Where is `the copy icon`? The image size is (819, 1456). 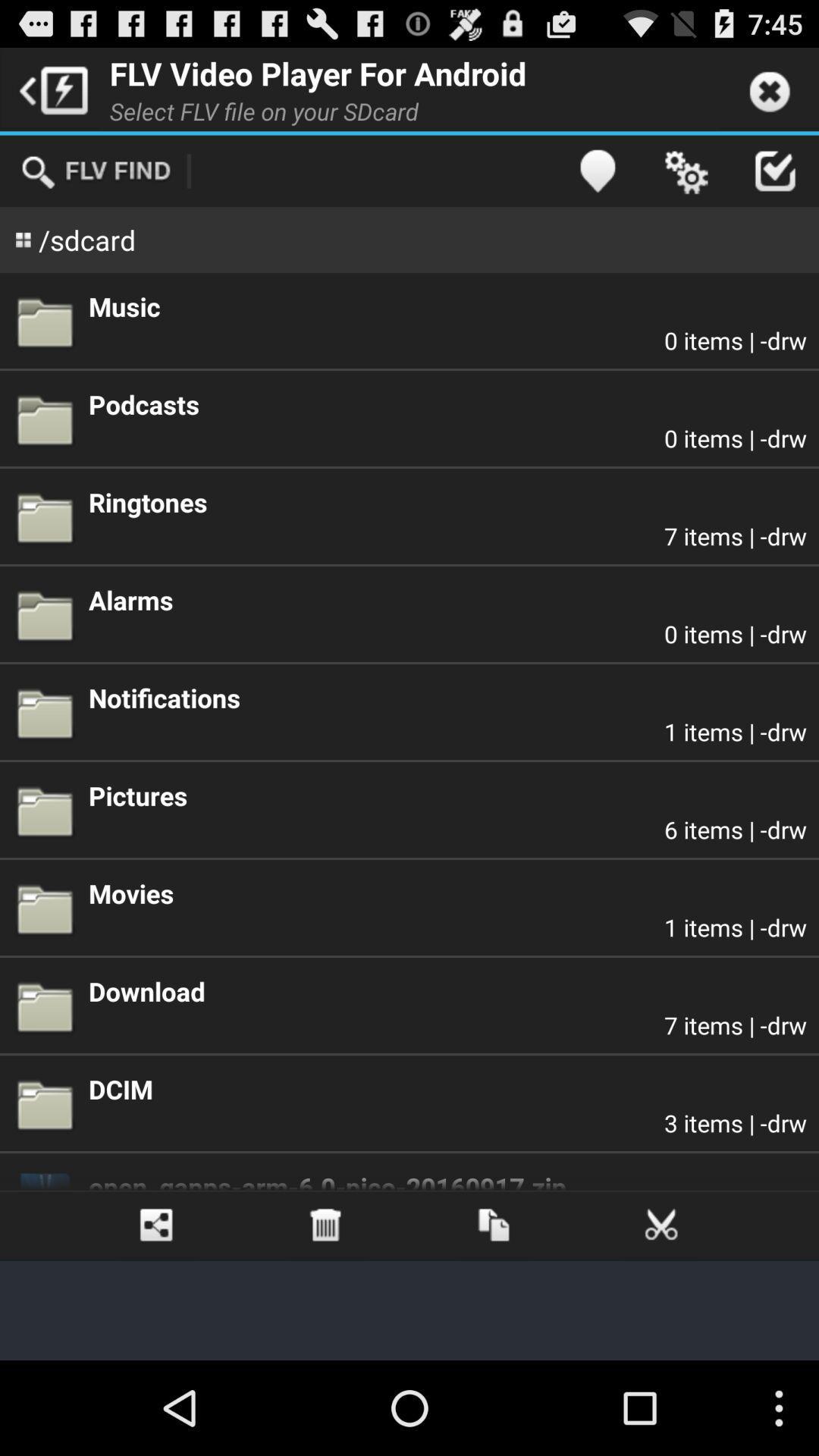
the copy icon is located at coordinates (494, 1310).